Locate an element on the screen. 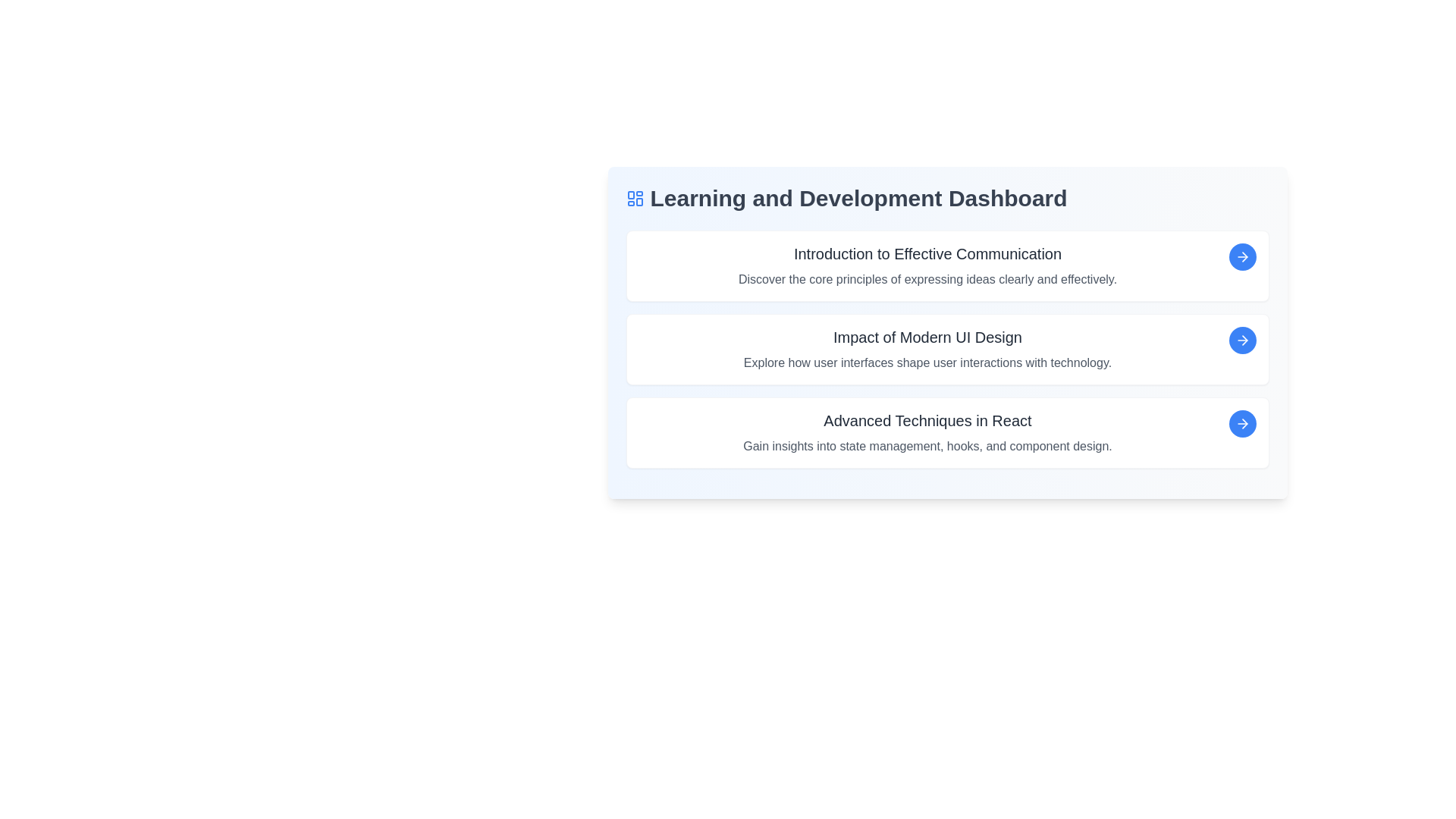 This screenshot has width=1456, height=819. the button located at the top-right corner of the 'Introduction to Effective Communication' card is located at coordinates (1242, 256).